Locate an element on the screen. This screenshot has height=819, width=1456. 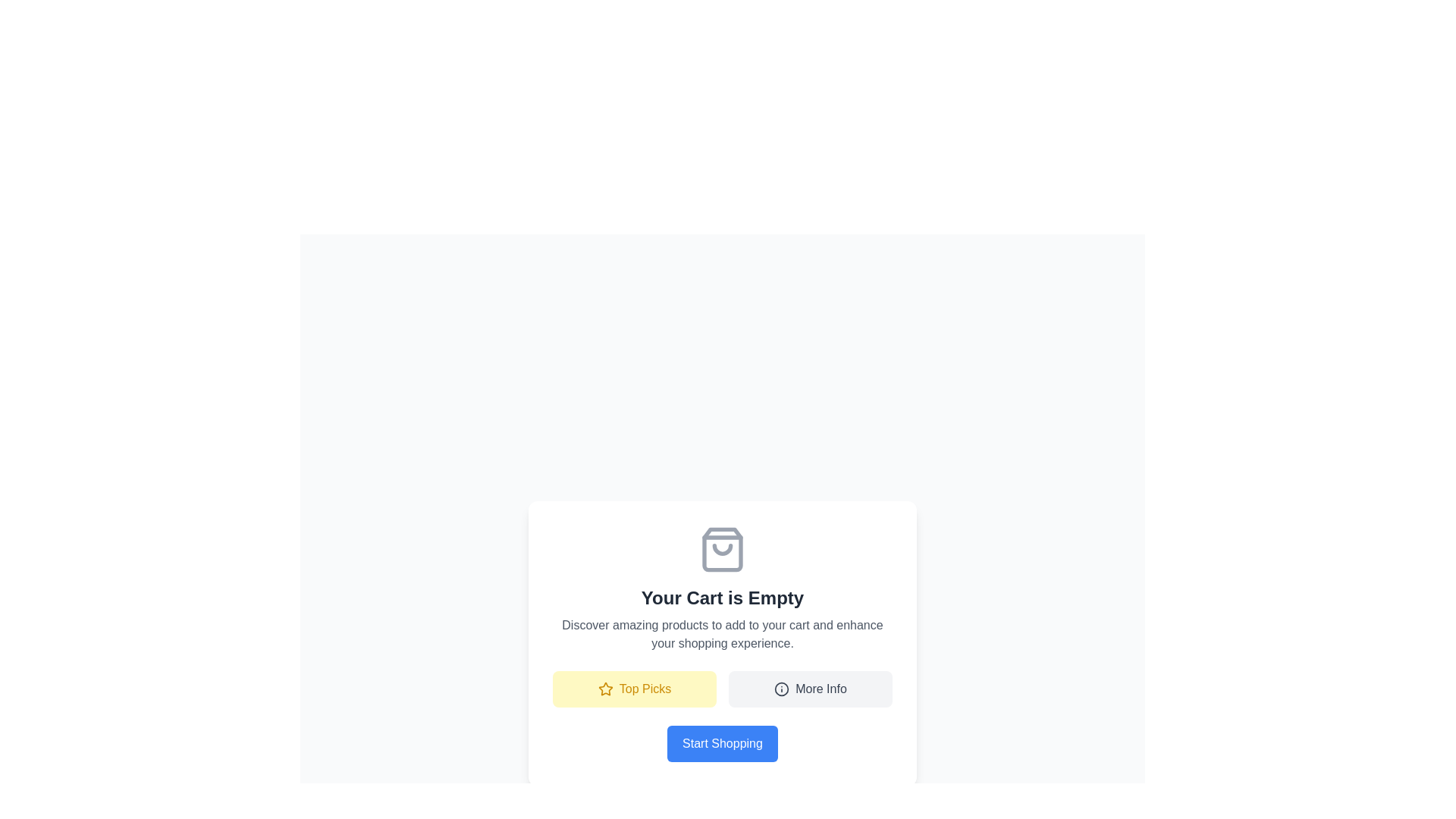
the button located at the bottom center of the white card interface to initiate the Start Shopping action is located at coordinates (721, 742).